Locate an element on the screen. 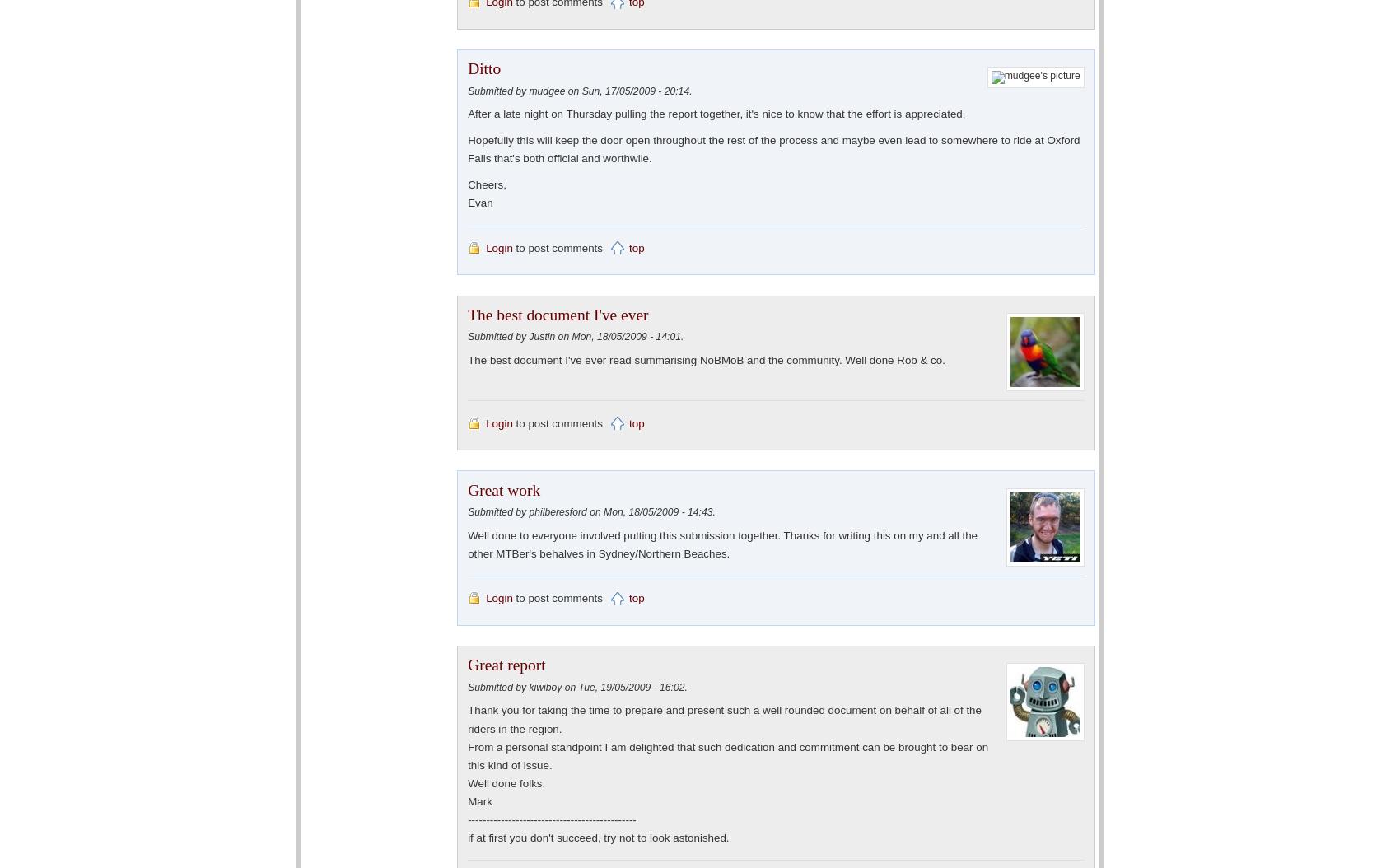 Image resolution: width=1400 pixels, height=868 pixels. 'Well done folks.' is located at coordinates (506, 782).